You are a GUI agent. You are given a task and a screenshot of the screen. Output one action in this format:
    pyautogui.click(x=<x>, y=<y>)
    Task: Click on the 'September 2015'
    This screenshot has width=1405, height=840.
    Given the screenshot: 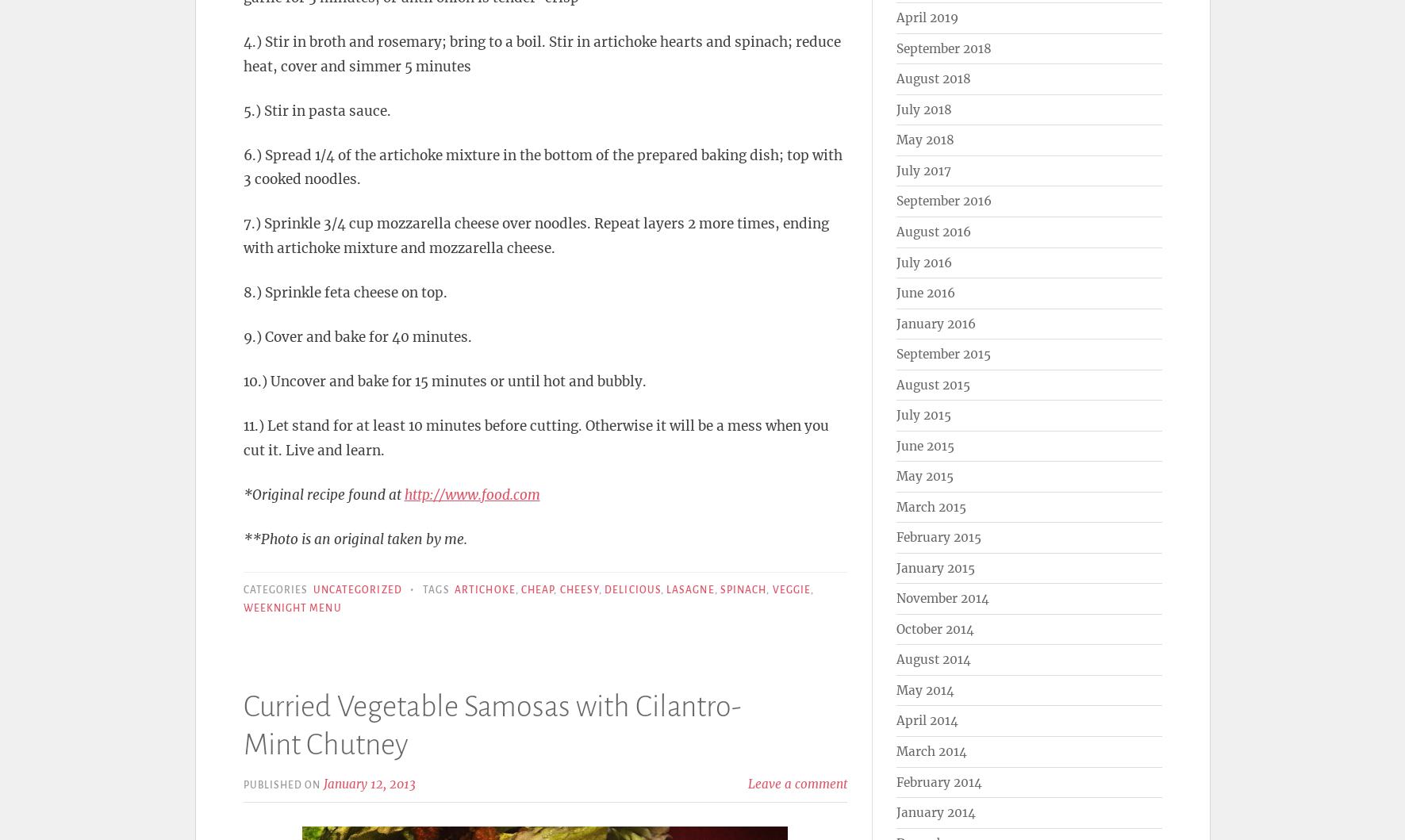 What is the action you would take?
    pyautogui.click(x=942, y=354)
    